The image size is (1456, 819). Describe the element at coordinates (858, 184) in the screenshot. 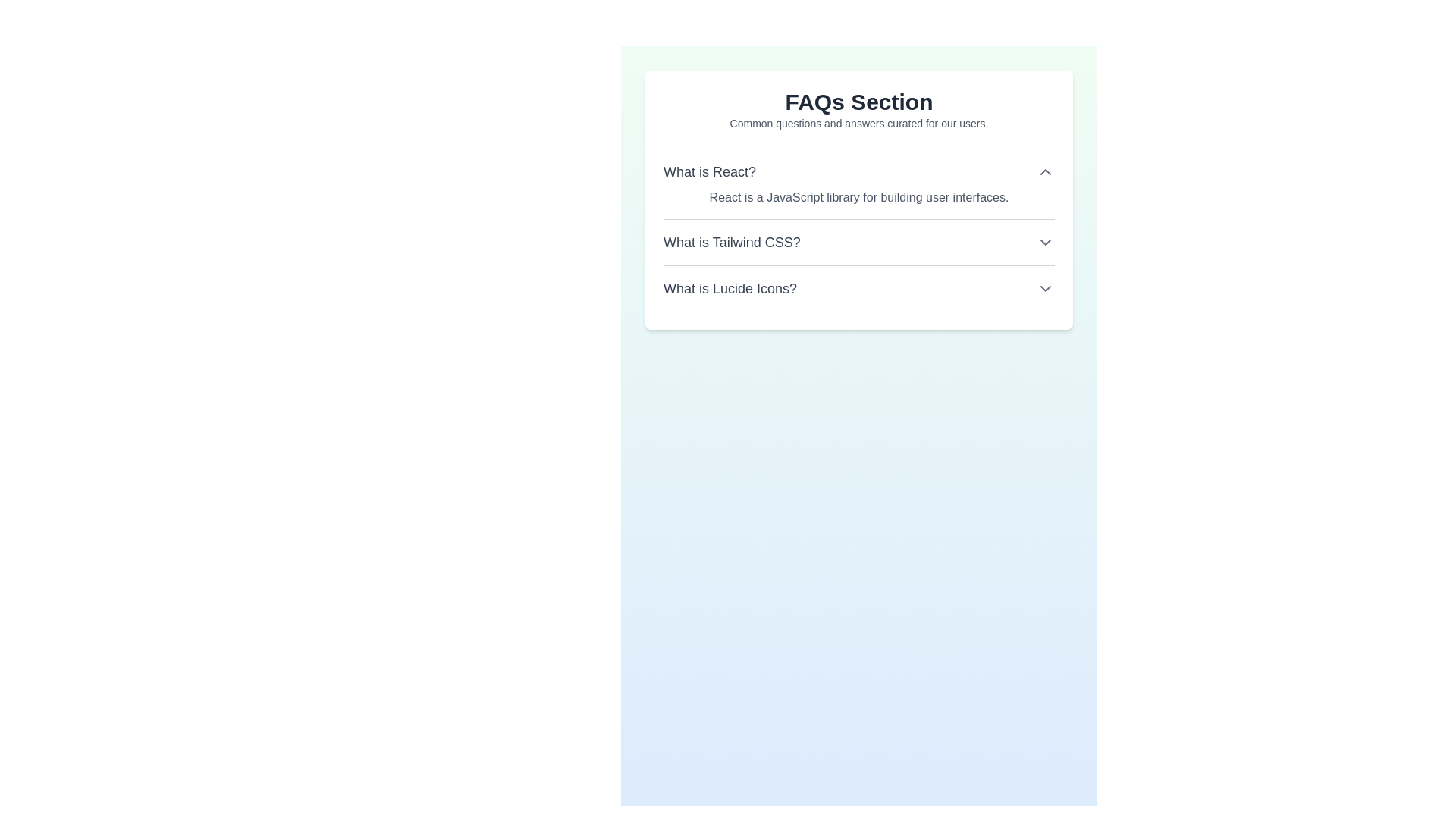

I see `the first Expandable FAQ item, which contains the question 'What is React?'` at that location.